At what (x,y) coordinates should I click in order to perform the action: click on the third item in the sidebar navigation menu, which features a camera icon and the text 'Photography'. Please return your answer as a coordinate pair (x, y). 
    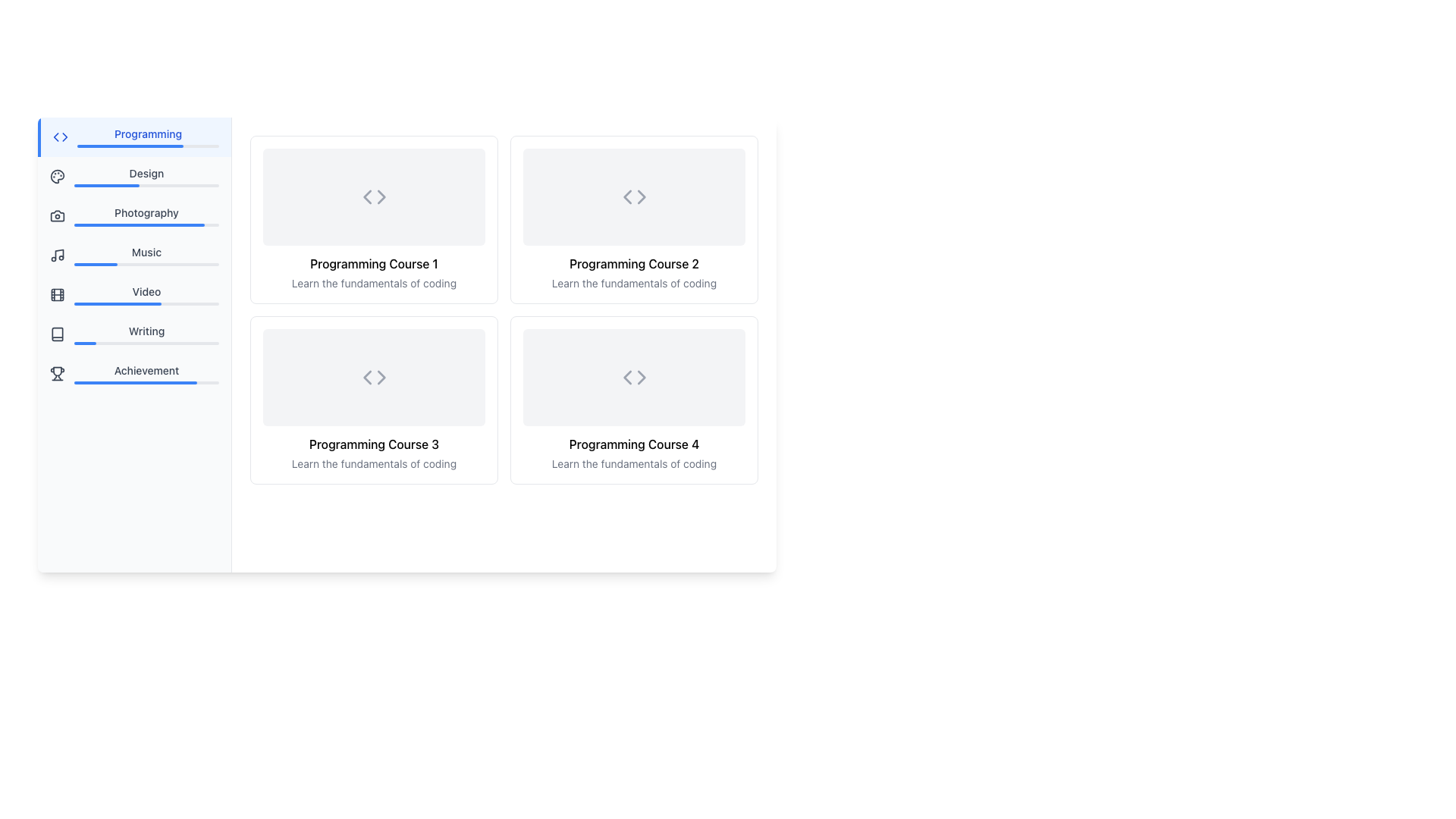
    Looking at the image, I should click on (134, 216).